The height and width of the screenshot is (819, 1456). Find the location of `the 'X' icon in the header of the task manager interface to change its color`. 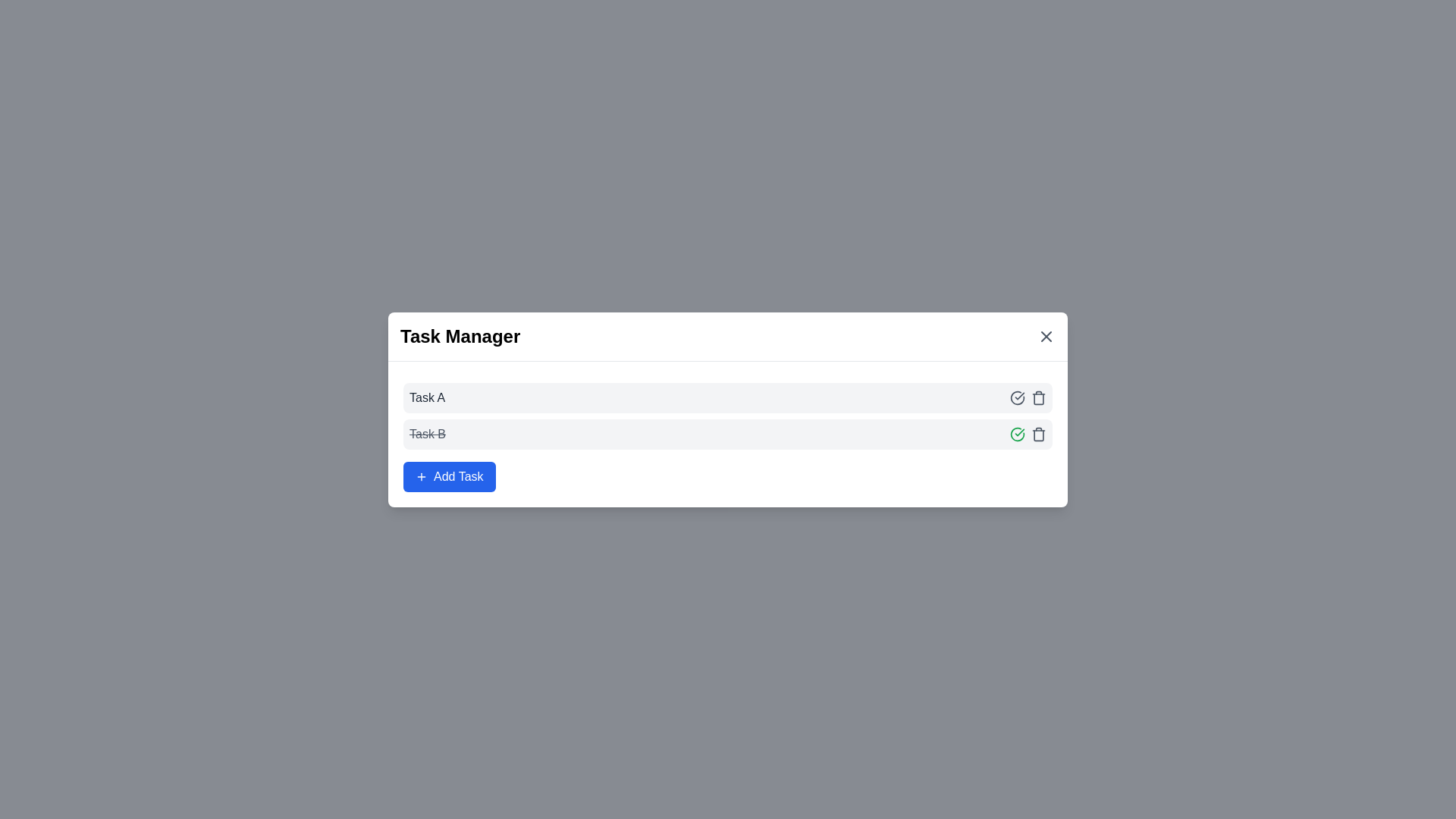

the 'X' icon in the header of the task manager interface to change its color is located at coordinates (1046, 335).